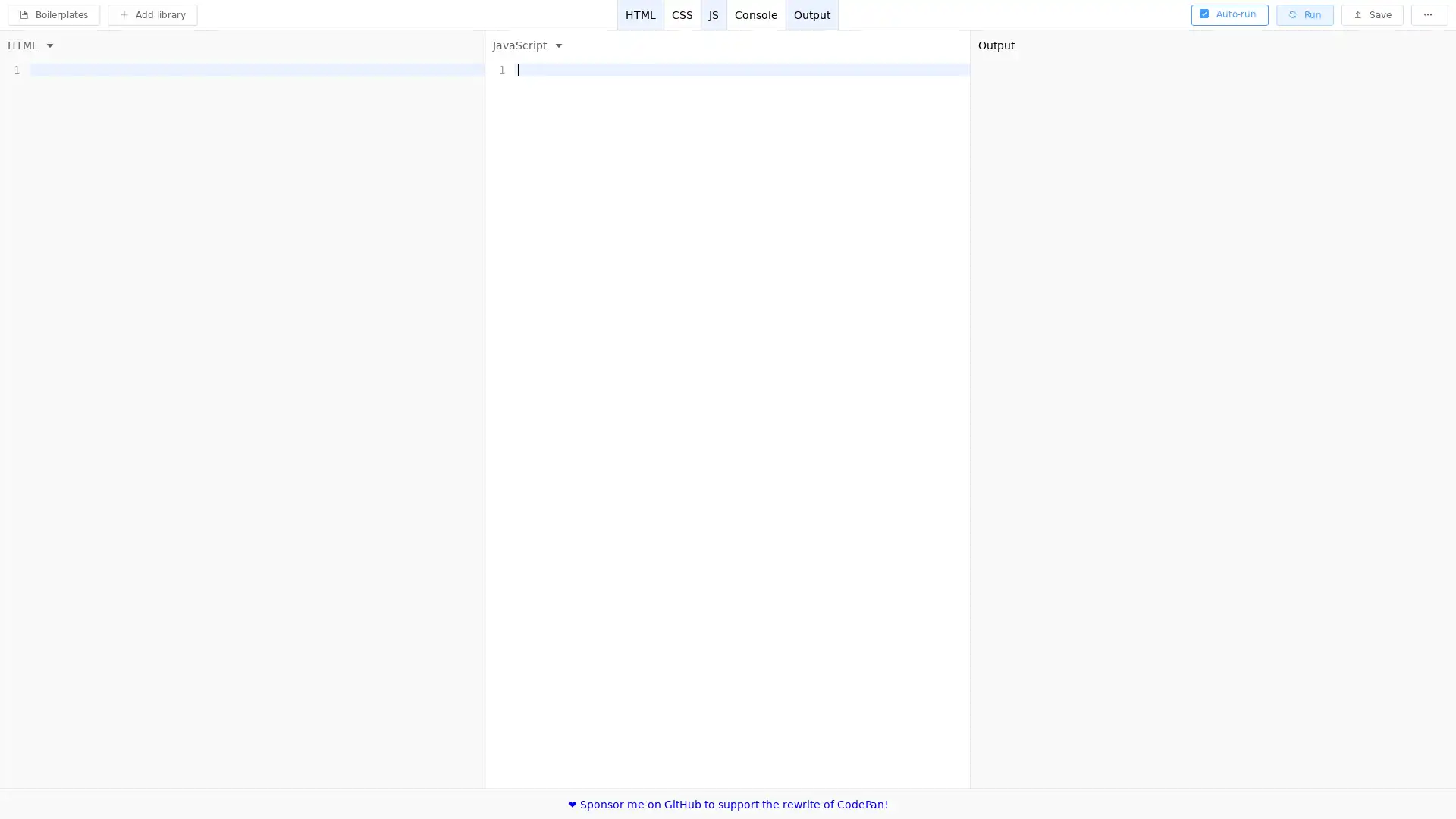 This screenshot has height=819, width=1456. What do you see at coordinates (31, 45) in the screenshot?
I see `HTML` at bounding box center [31, 45].